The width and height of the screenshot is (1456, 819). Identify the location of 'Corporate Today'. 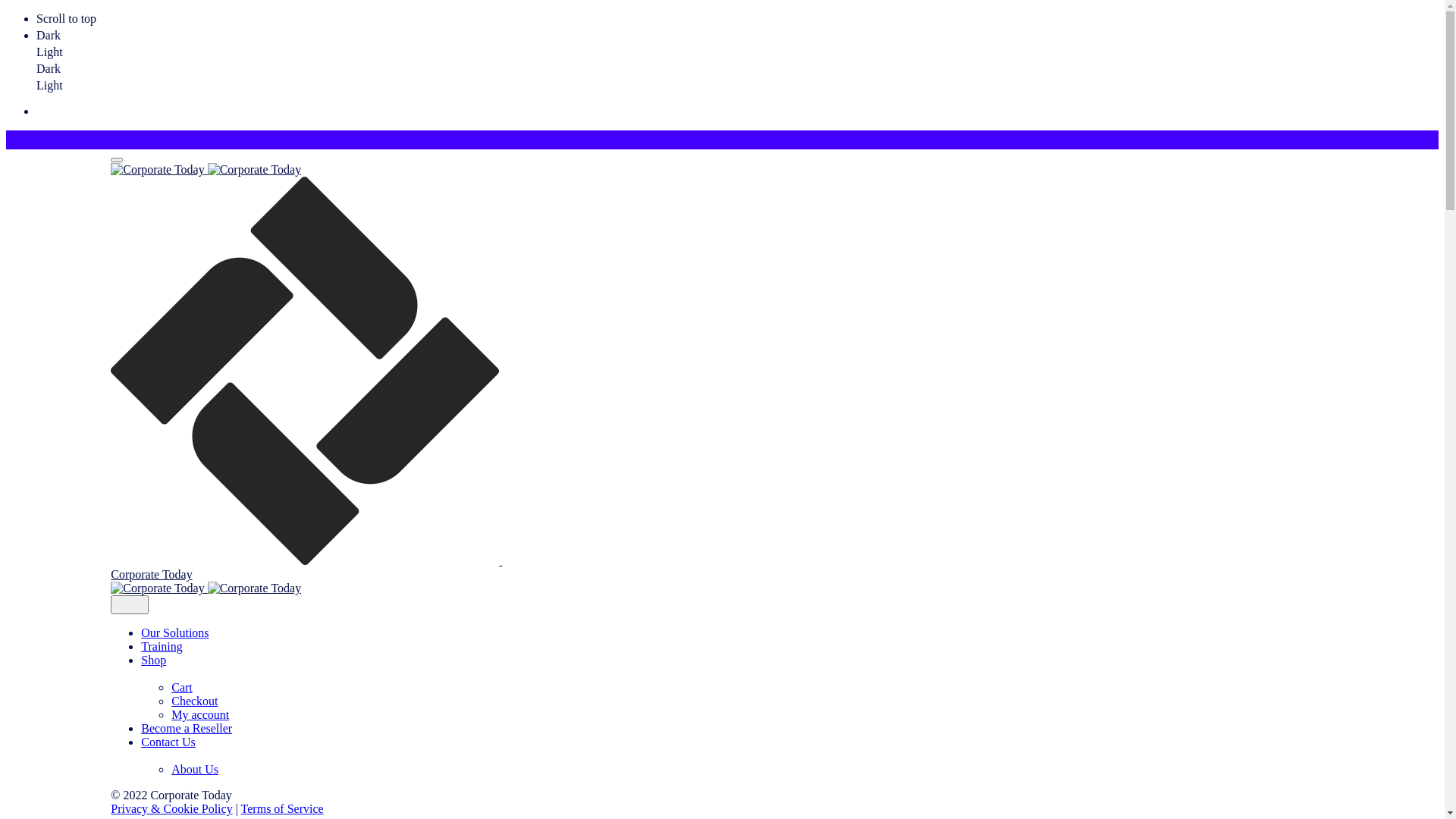
(603, 378).